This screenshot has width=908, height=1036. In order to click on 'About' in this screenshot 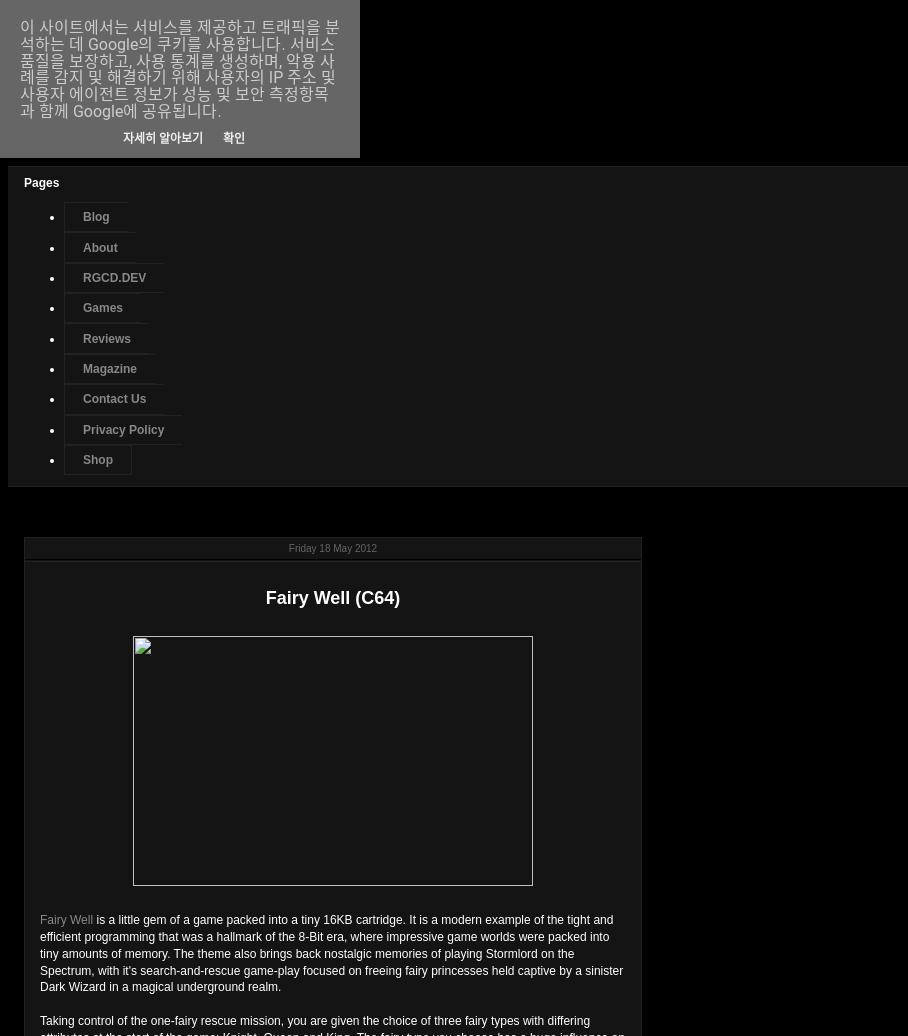, I will do `click(98, 246)`.